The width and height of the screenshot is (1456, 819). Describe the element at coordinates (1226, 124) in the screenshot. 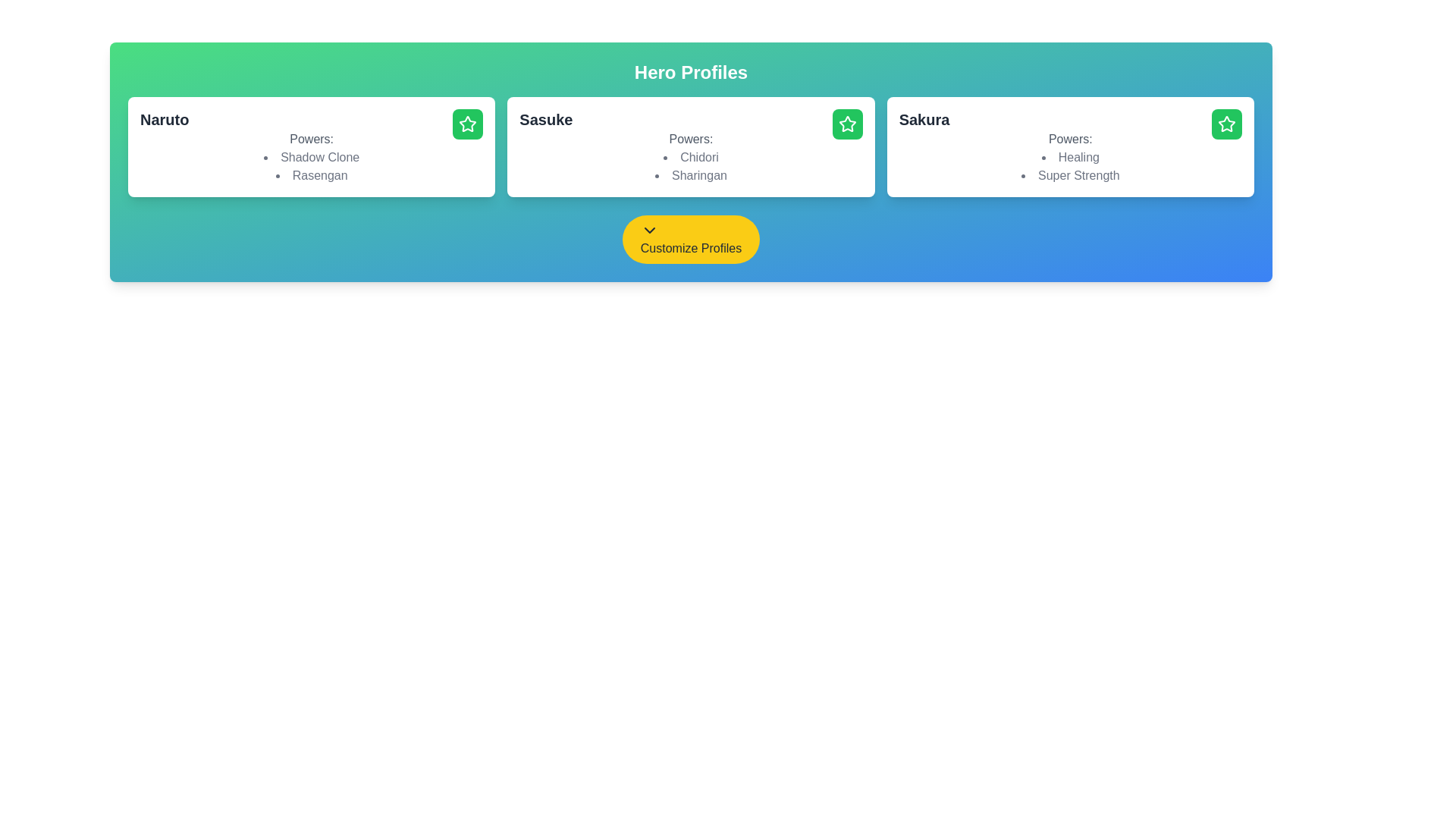

I see `the actionable button located in the top-right corner of the 'Sakura' hero card to interact with it` at that location.